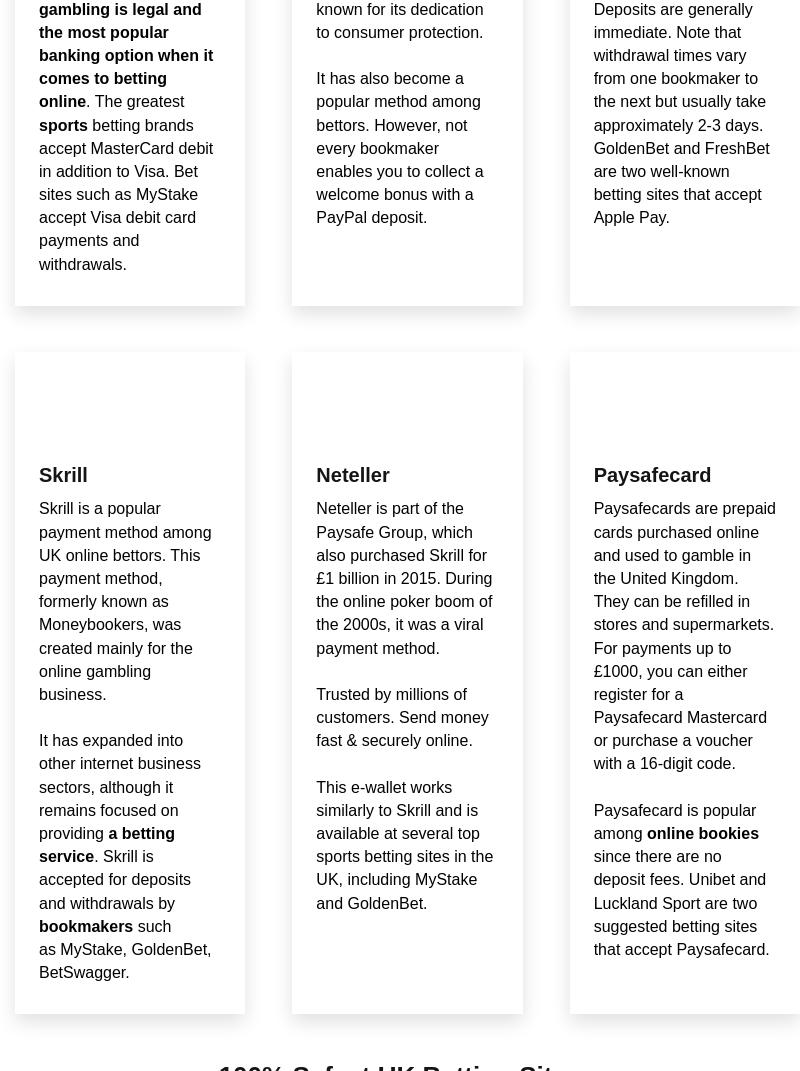  I want to click on 'Skrill', so click(62, 473).